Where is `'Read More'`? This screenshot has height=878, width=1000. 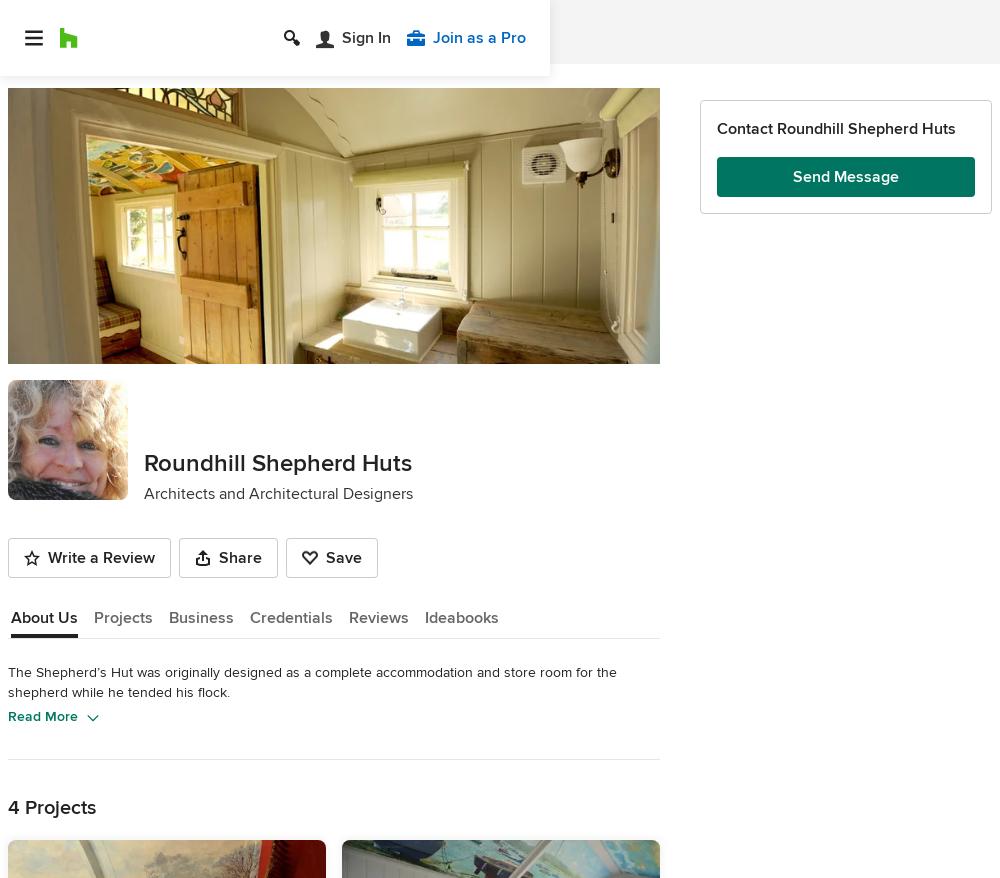 'Read More' is located at coordinates (43, 714).